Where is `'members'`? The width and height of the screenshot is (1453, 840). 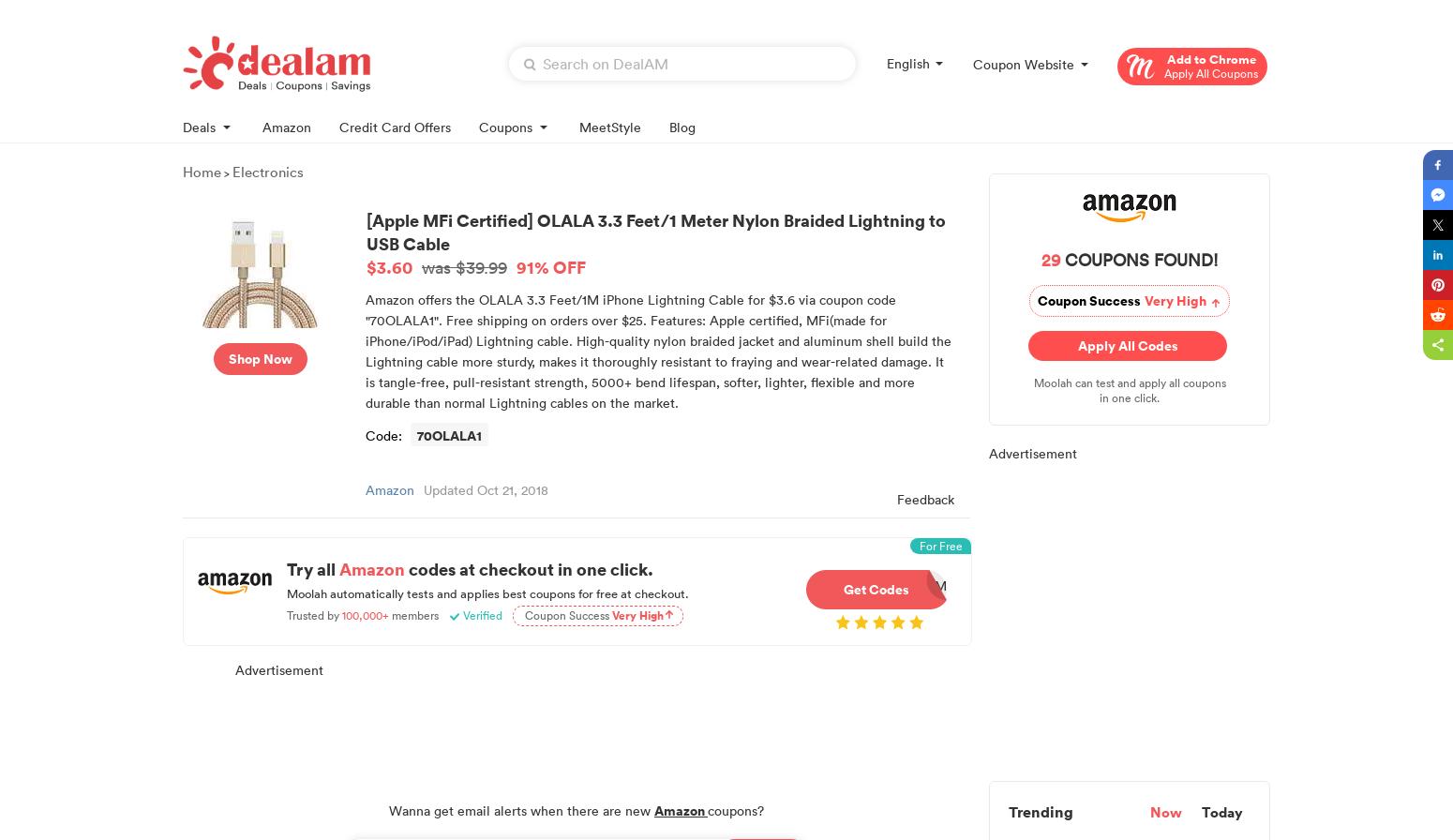
'members' is located at coordinates (414, 614).